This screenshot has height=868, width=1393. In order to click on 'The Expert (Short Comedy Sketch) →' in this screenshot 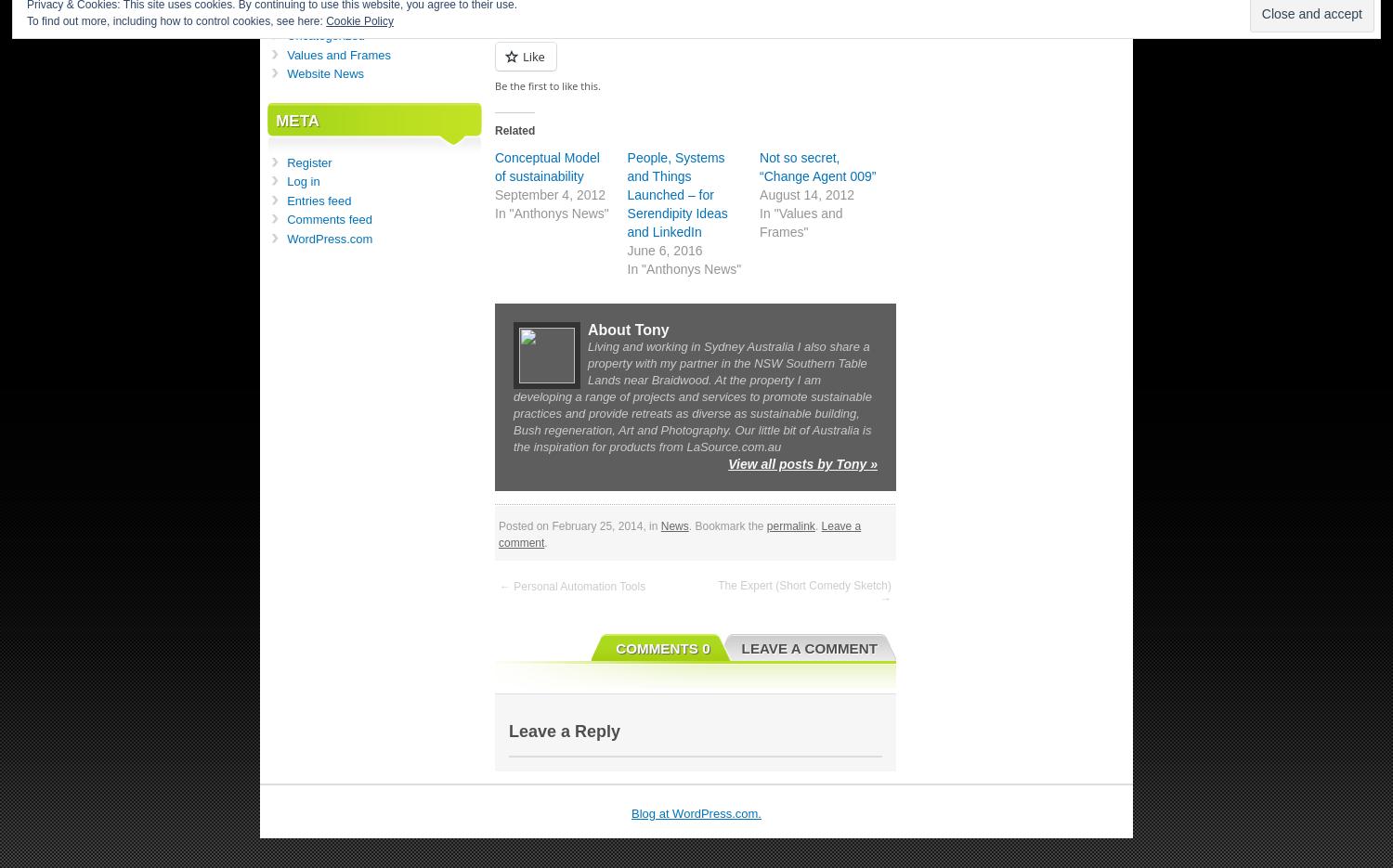, I will do `click(803, 590)`.